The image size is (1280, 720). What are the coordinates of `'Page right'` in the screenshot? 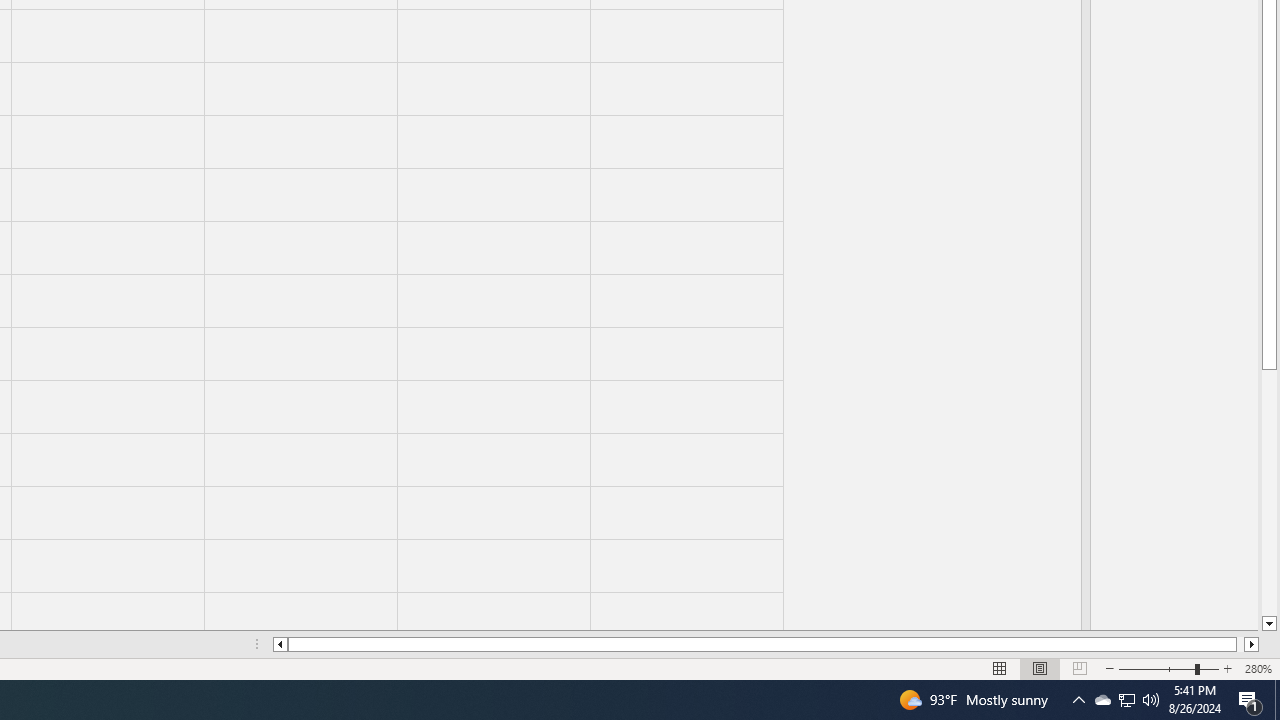 It's located at (1239, 644).